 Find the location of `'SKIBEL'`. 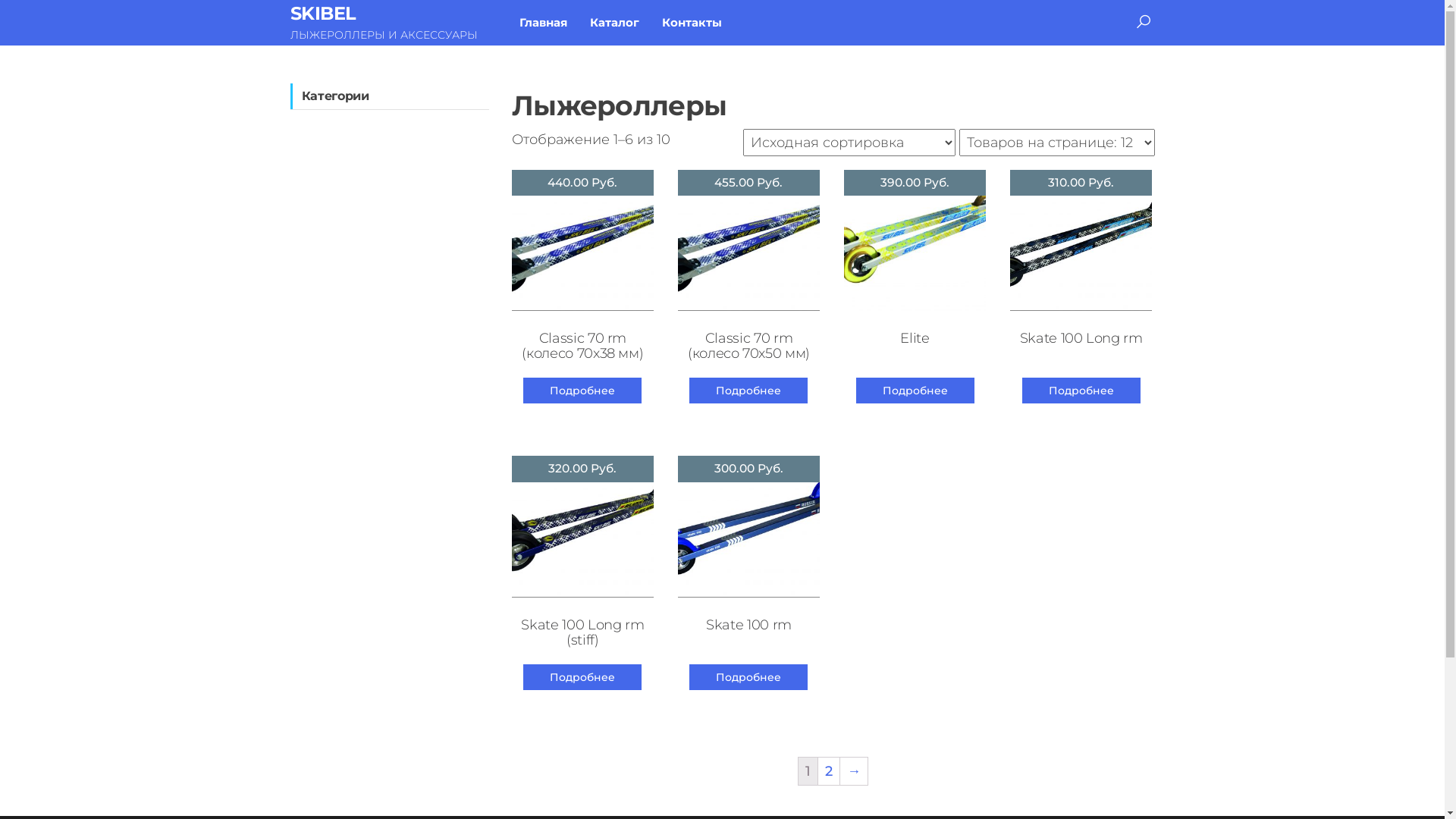

'SKIBEL' is located at coordinates (290, 13).